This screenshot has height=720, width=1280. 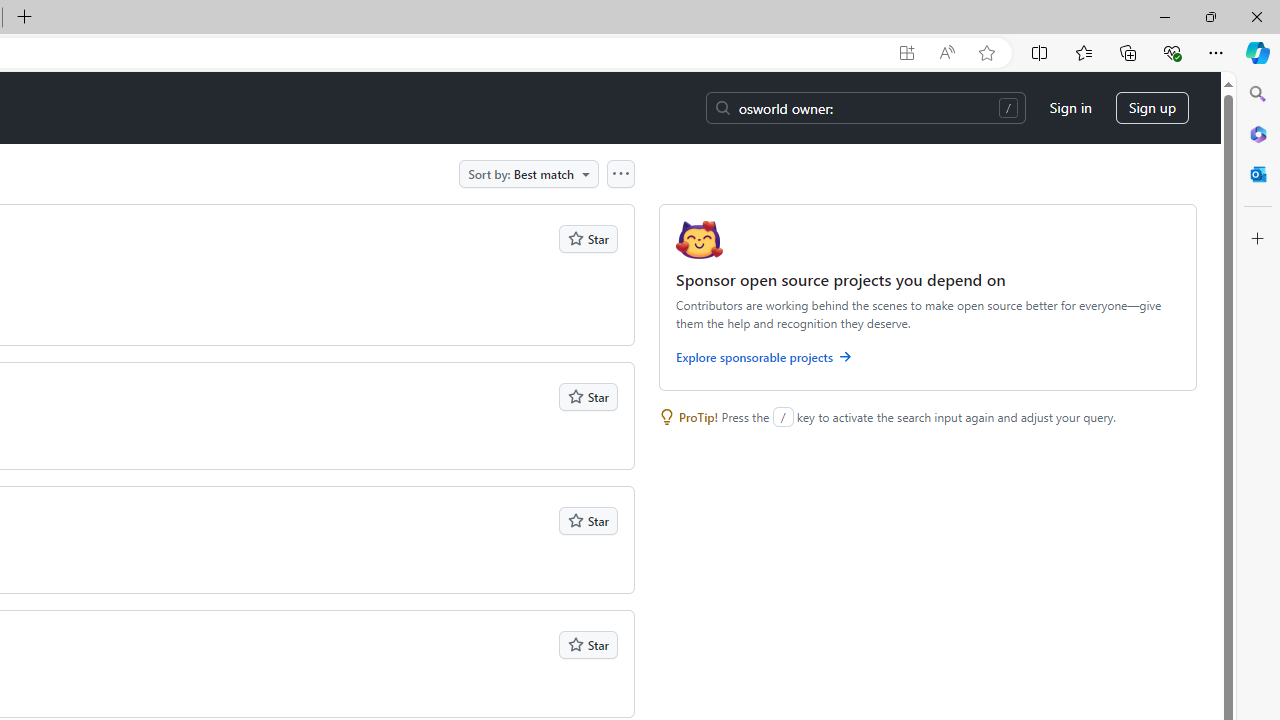 I want to click on 'Sign up', so click(x=1152, y=108).